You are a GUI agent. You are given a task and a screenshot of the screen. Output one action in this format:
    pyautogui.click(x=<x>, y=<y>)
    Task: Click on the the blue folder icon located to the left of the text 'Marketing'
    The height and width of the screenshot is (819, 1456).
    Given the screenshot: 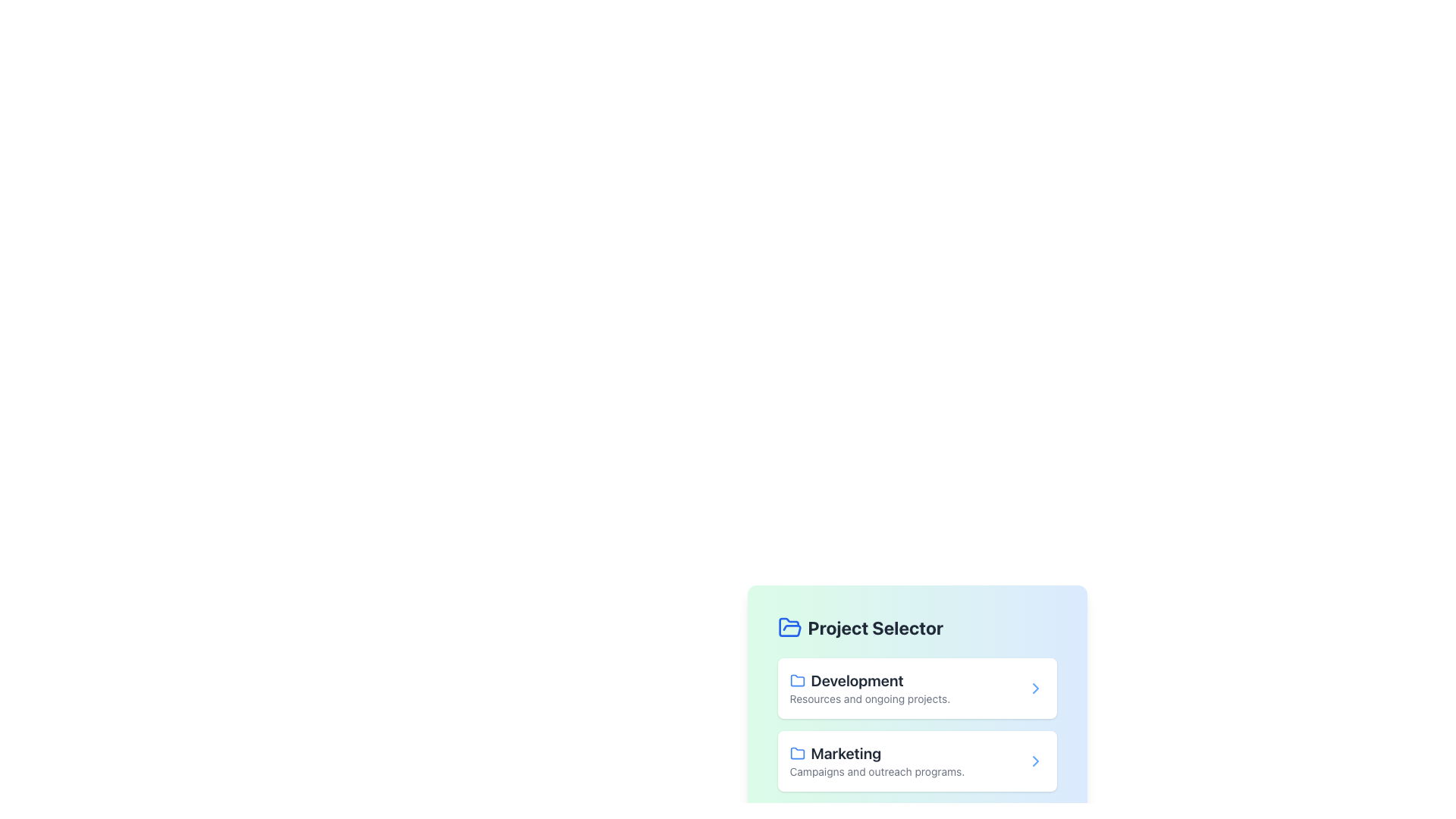 What is the action you would take?
    pyautogui.click(x=796, y=754)
    